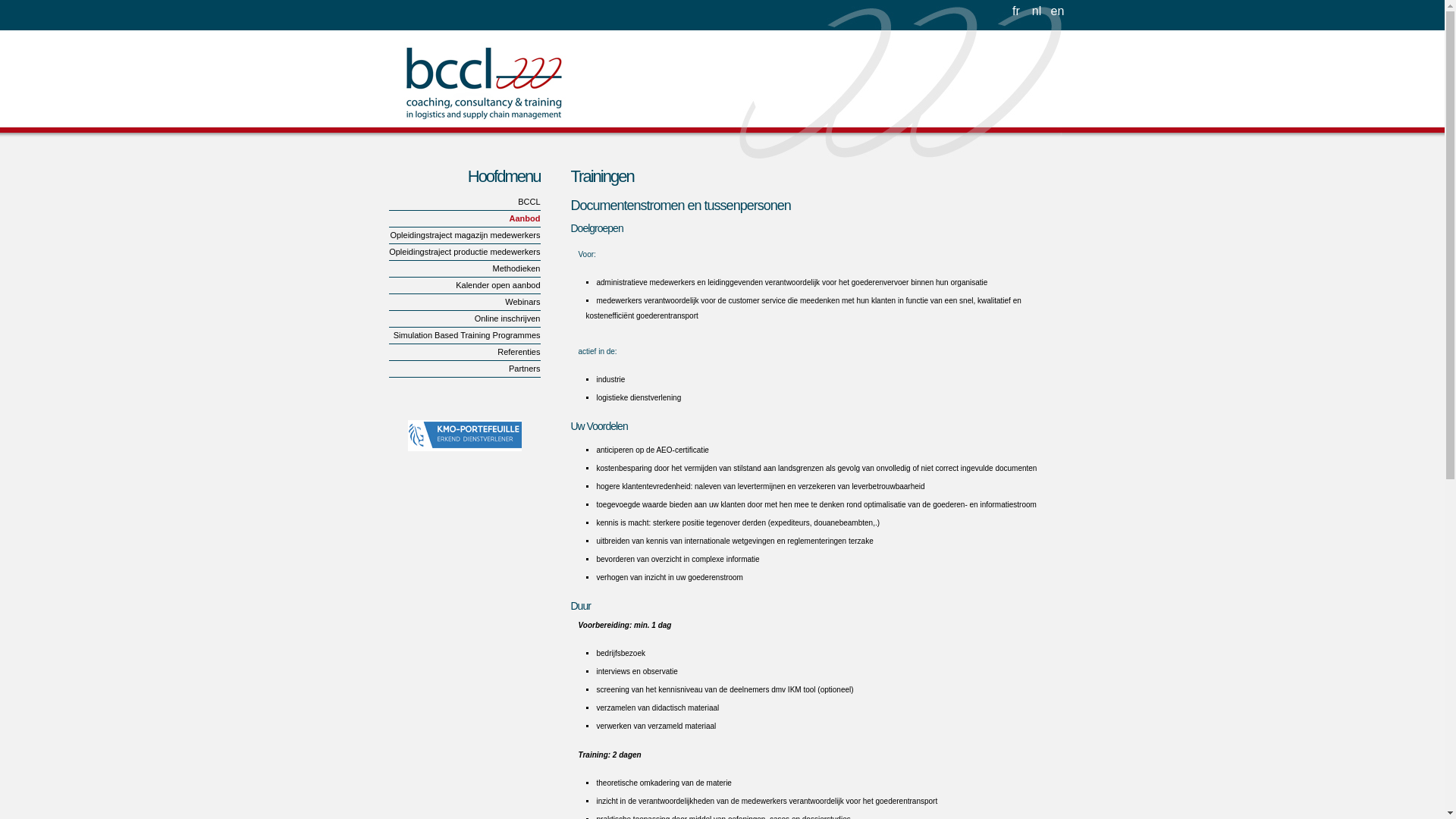 Image resolution: width=1456 pixels, height=819 pixels. Describe the element at coordinates (463, 286) in the screenshot. I see `'Kalender open aanbod'` at that location.